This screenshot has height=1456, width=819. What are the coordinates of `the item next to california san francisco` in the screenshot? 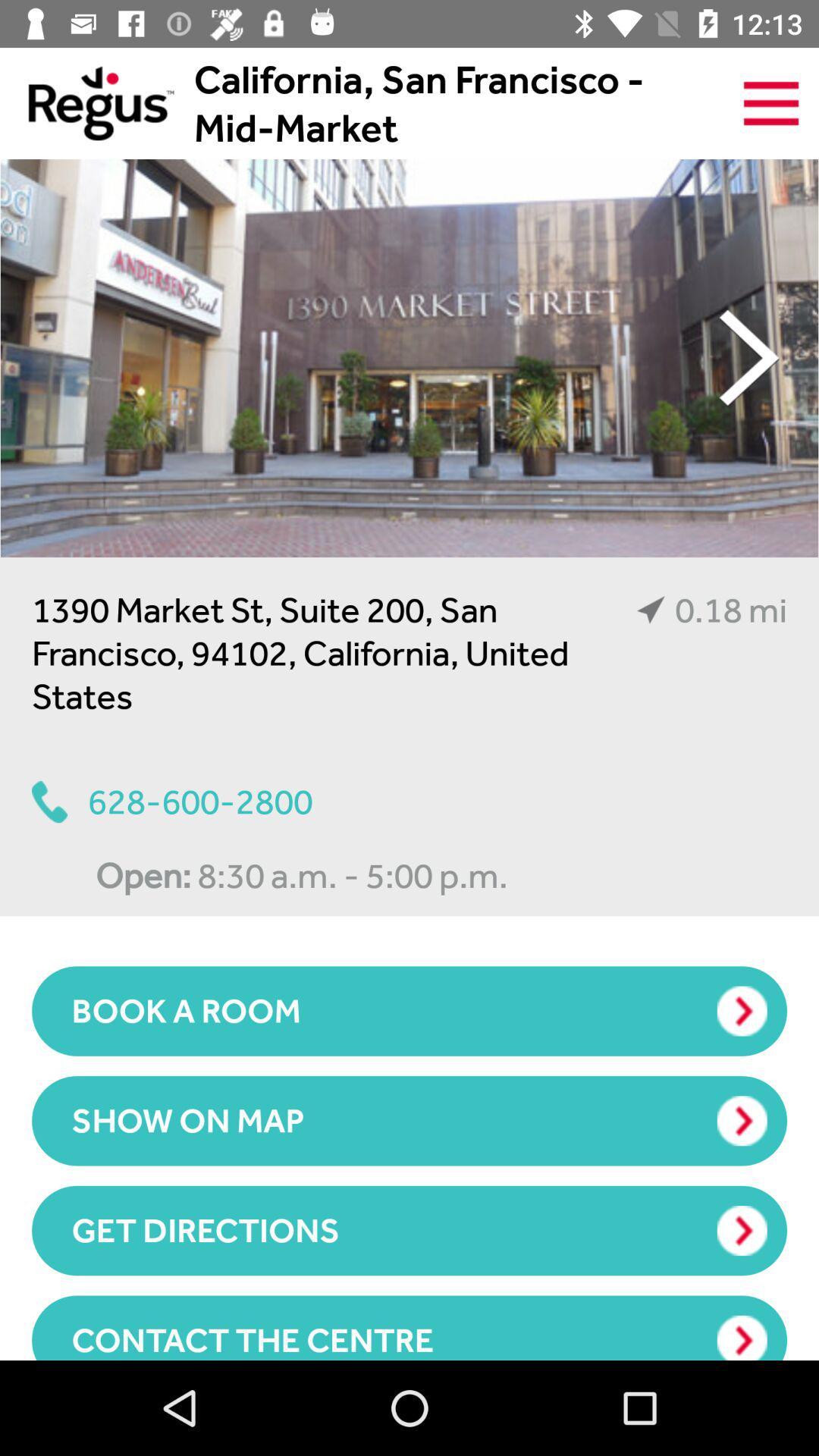 It's located at (86, 102).